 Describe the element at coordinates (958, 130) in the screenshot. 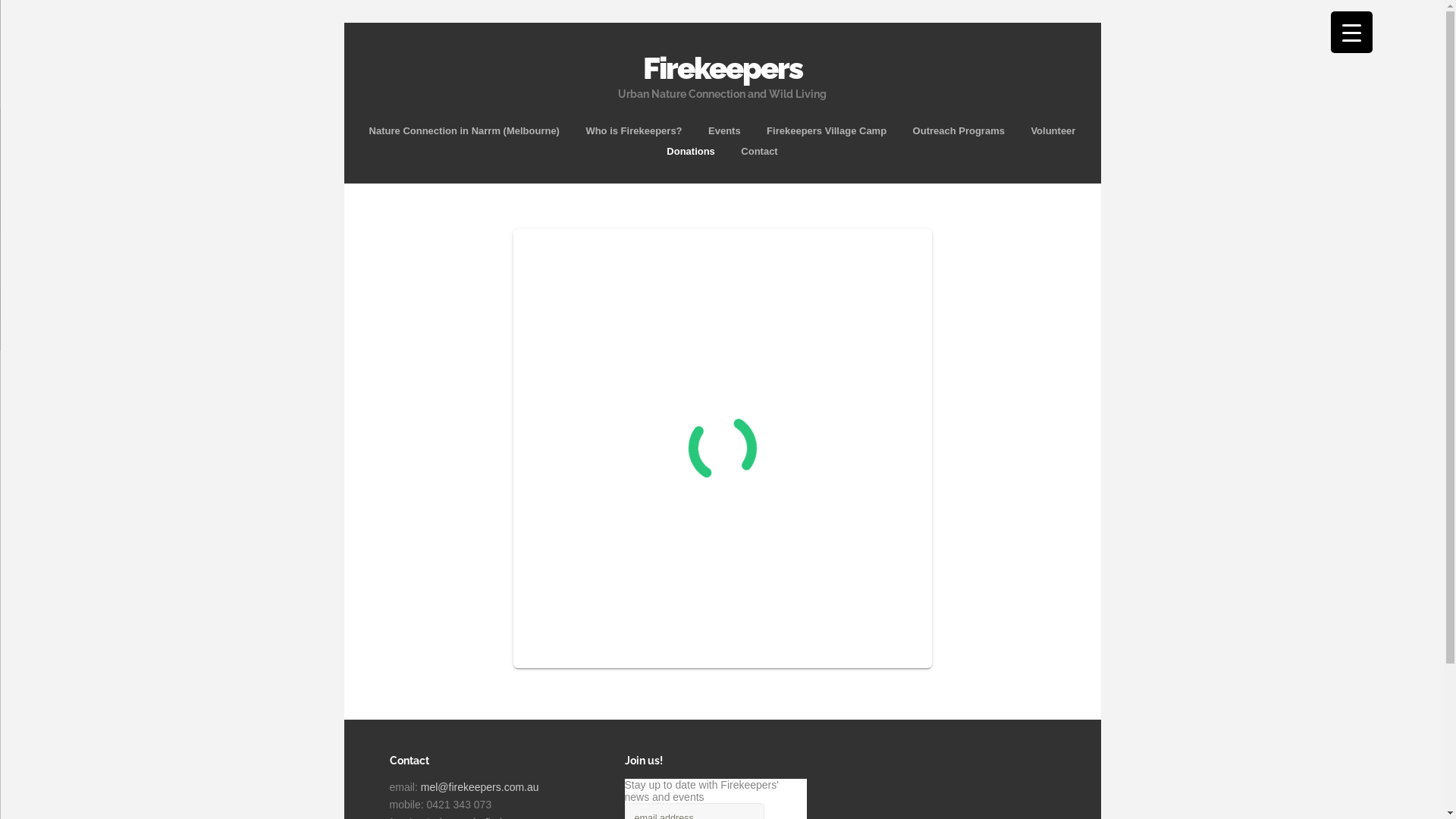

I see `'Outreach Programs'` at that location.